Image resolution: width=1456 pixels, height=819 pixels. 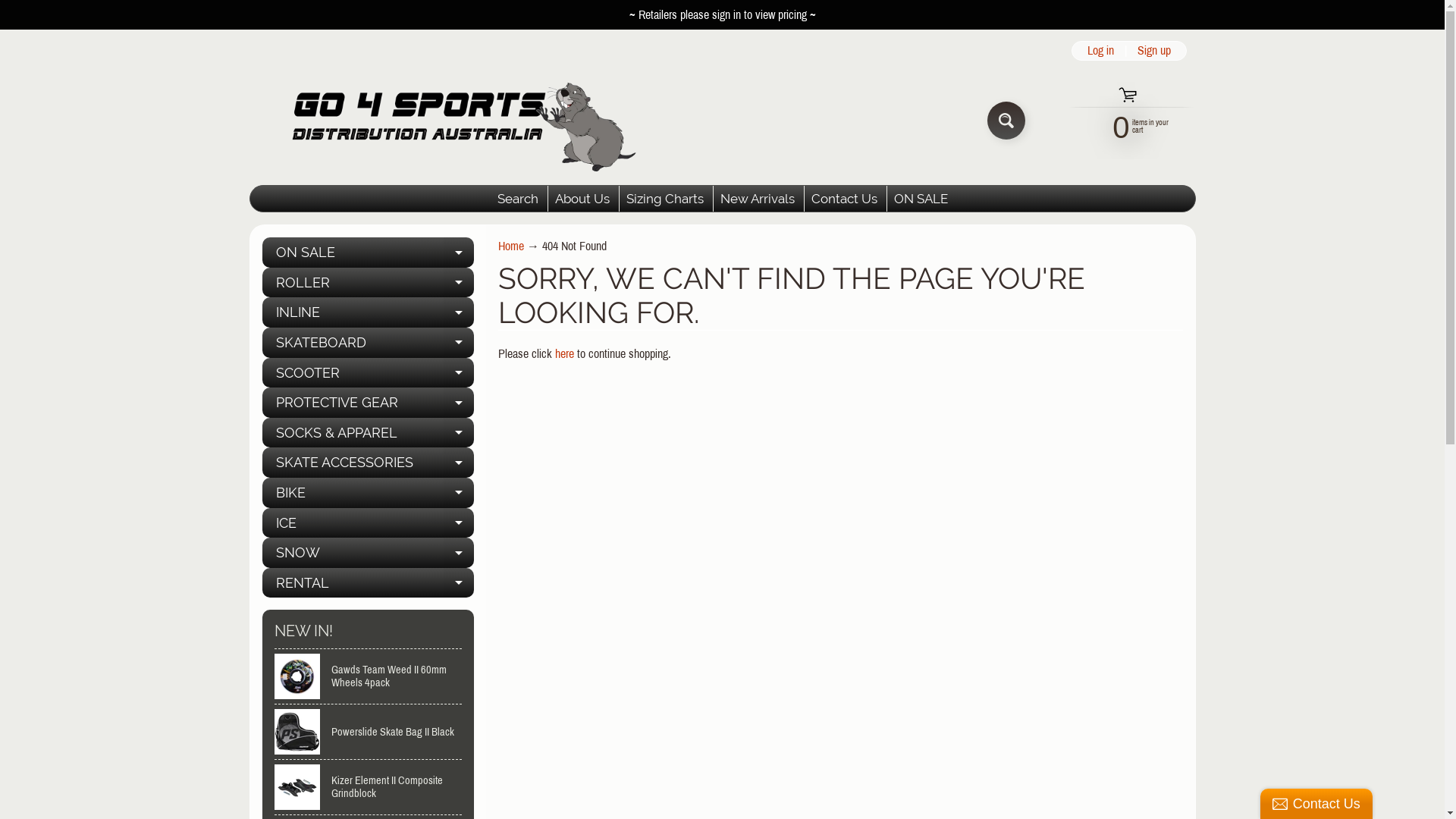 What do you see at coordinates (457, 461) in the screenshot?
I see `'EXPAND CHILD MENU'` at bounding box center [457, 461].